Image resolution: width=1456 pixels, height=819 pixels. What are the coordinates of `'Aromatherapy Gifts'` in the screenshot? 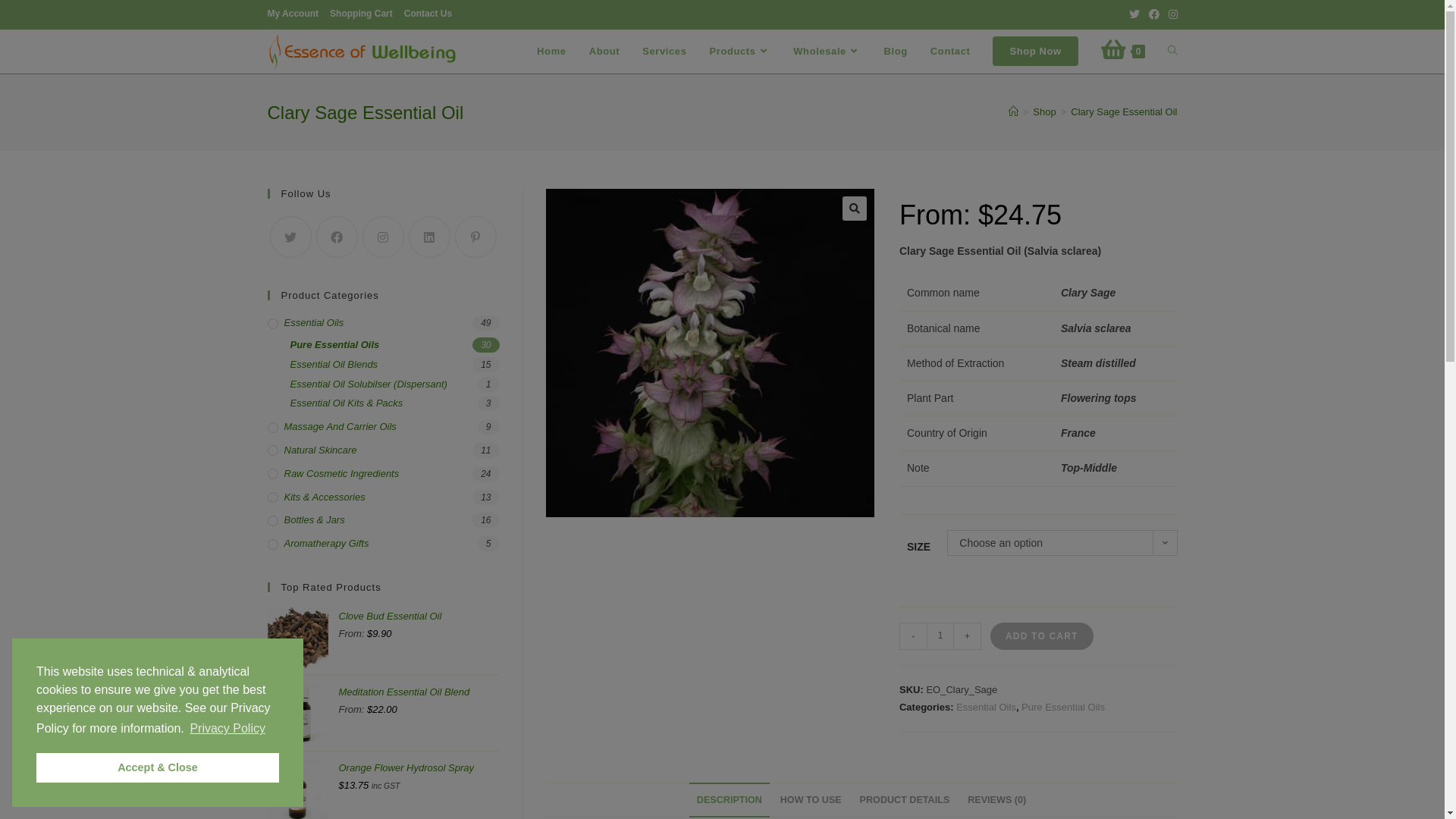 It's located at (382, 543).